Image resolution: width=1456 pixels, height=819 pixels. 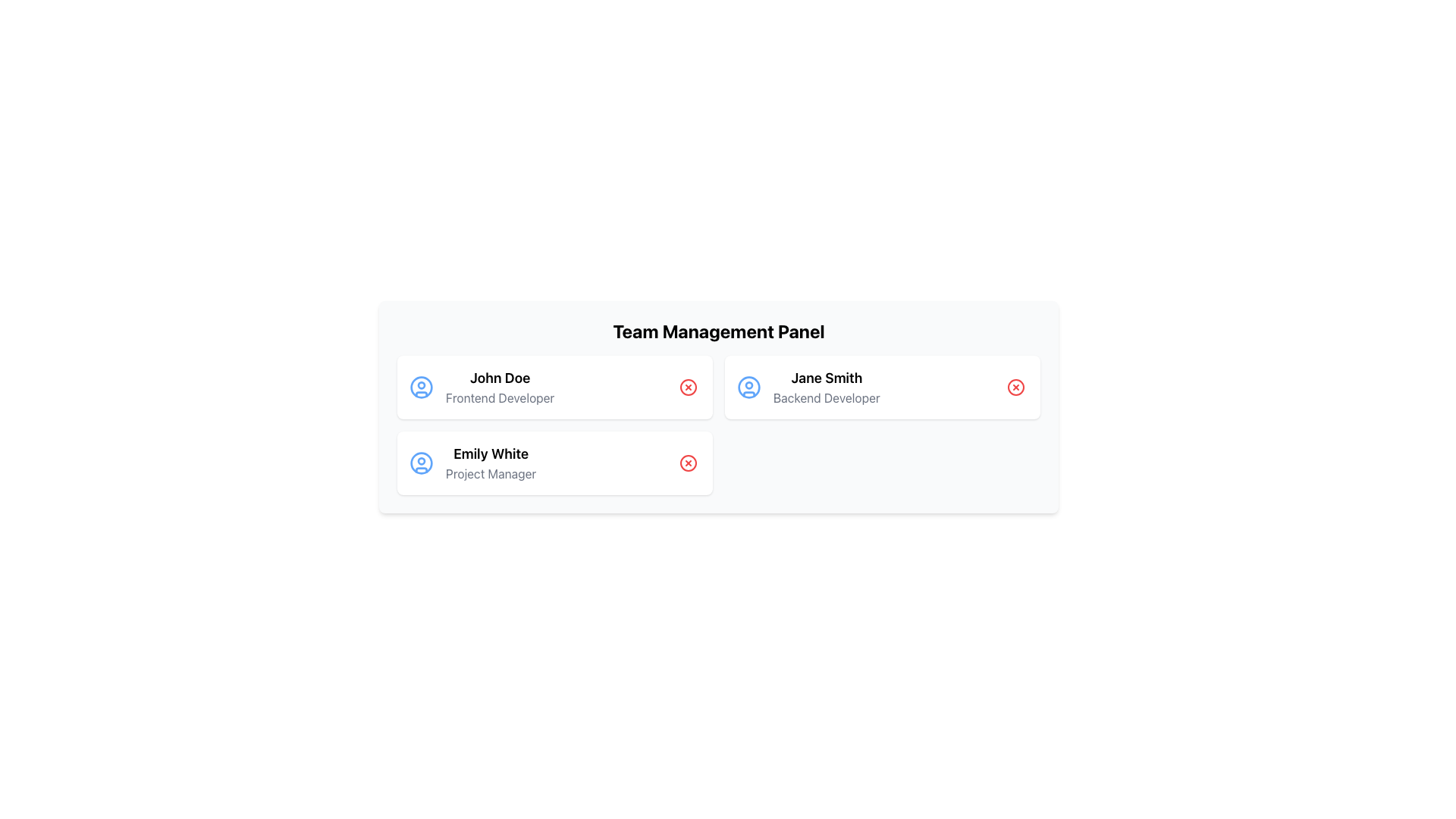 What do you see at coordinates (472, 462) in the screenshot?
I see `the Profile Information Display containing the name 'Emily White' and title 'Project Manager'` at bounding box center [472, 462].